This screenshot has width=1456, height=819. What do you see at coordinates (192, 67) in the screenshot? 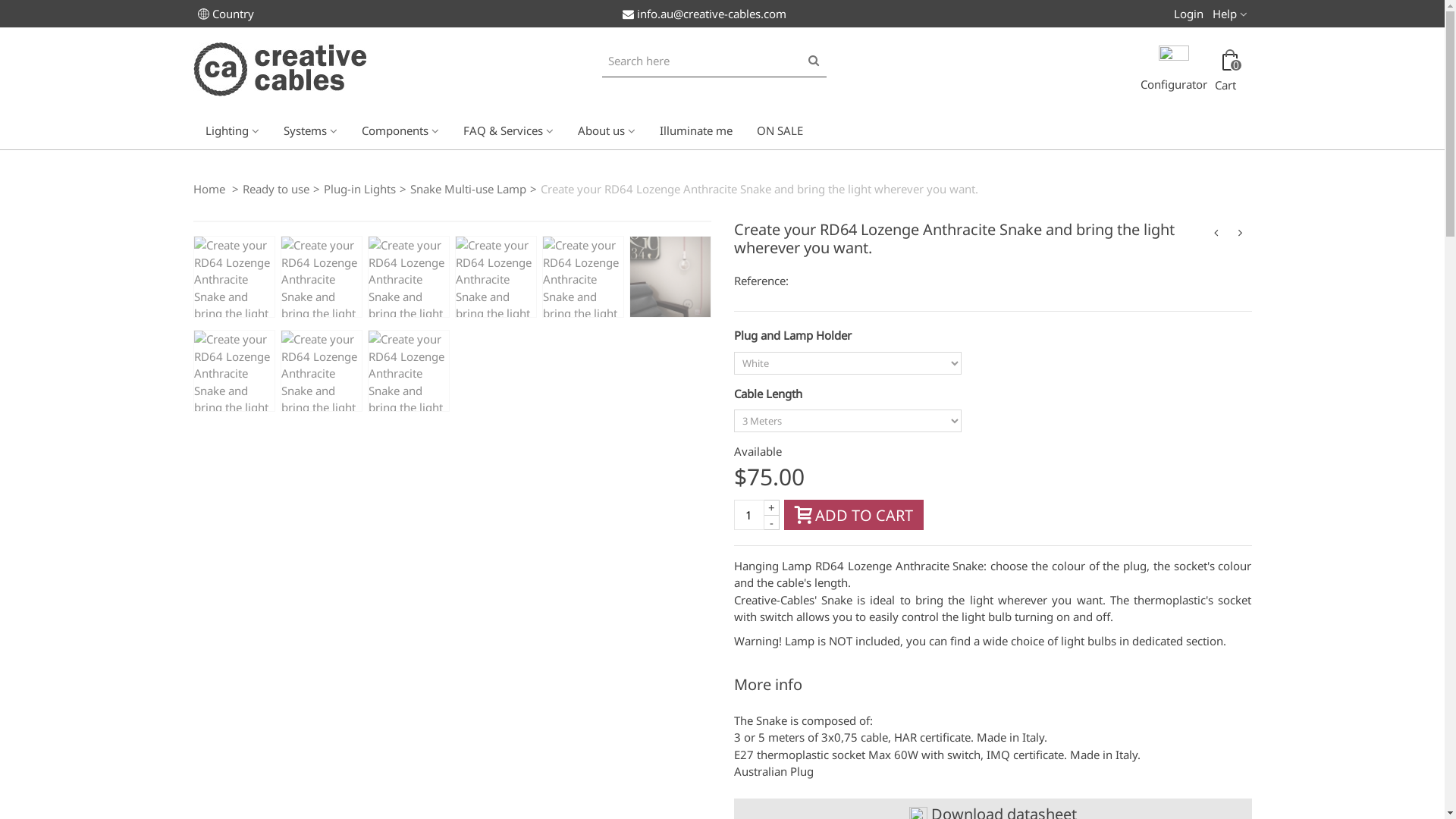
I see `'Creative-Cables AU'` at bounding box center [192, 67].